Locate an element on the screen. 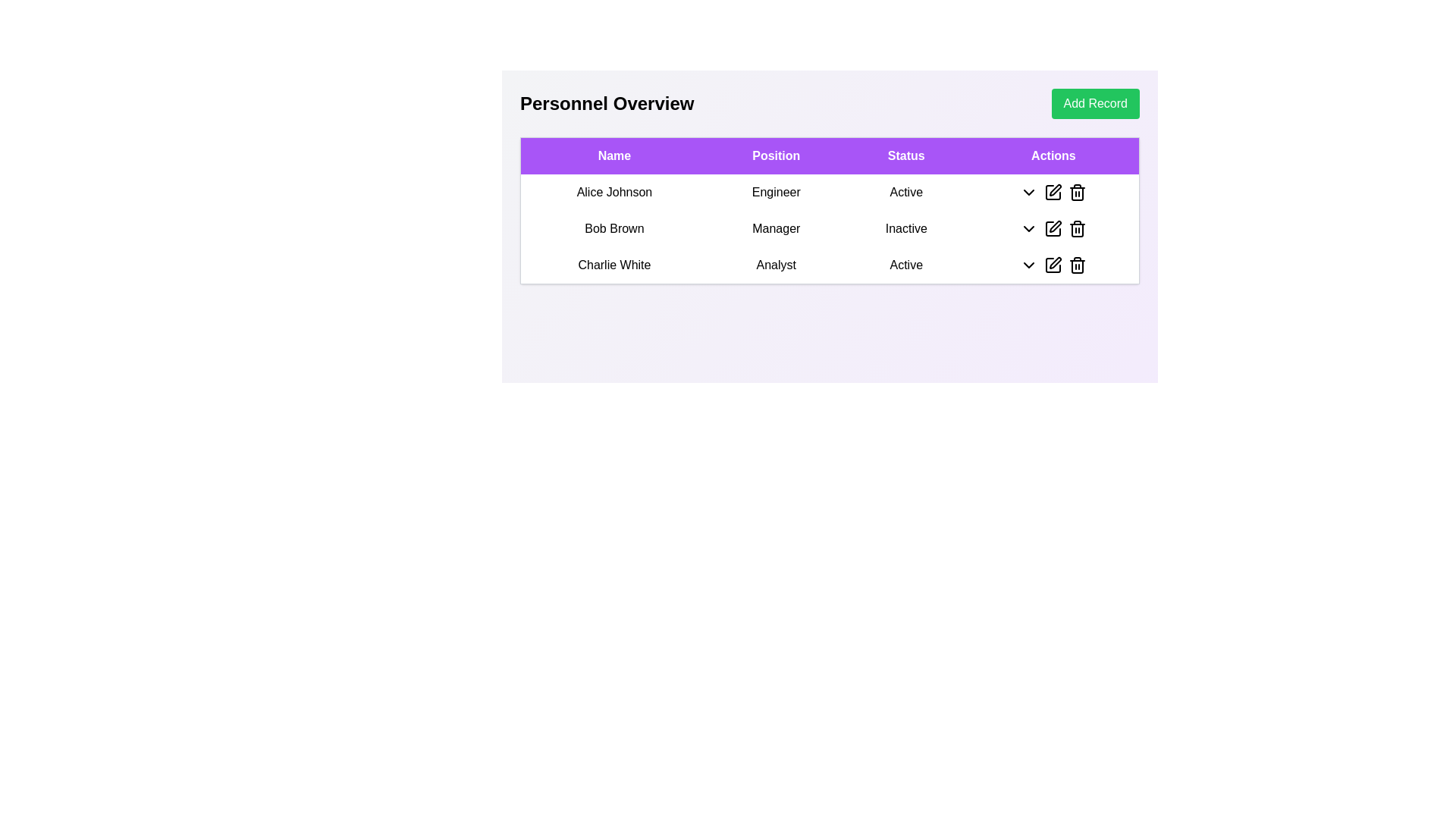  the downward-pointing chevron icon in the 'Actions' column of the 'Charlie White' row is located at coordinates (1029, 265).